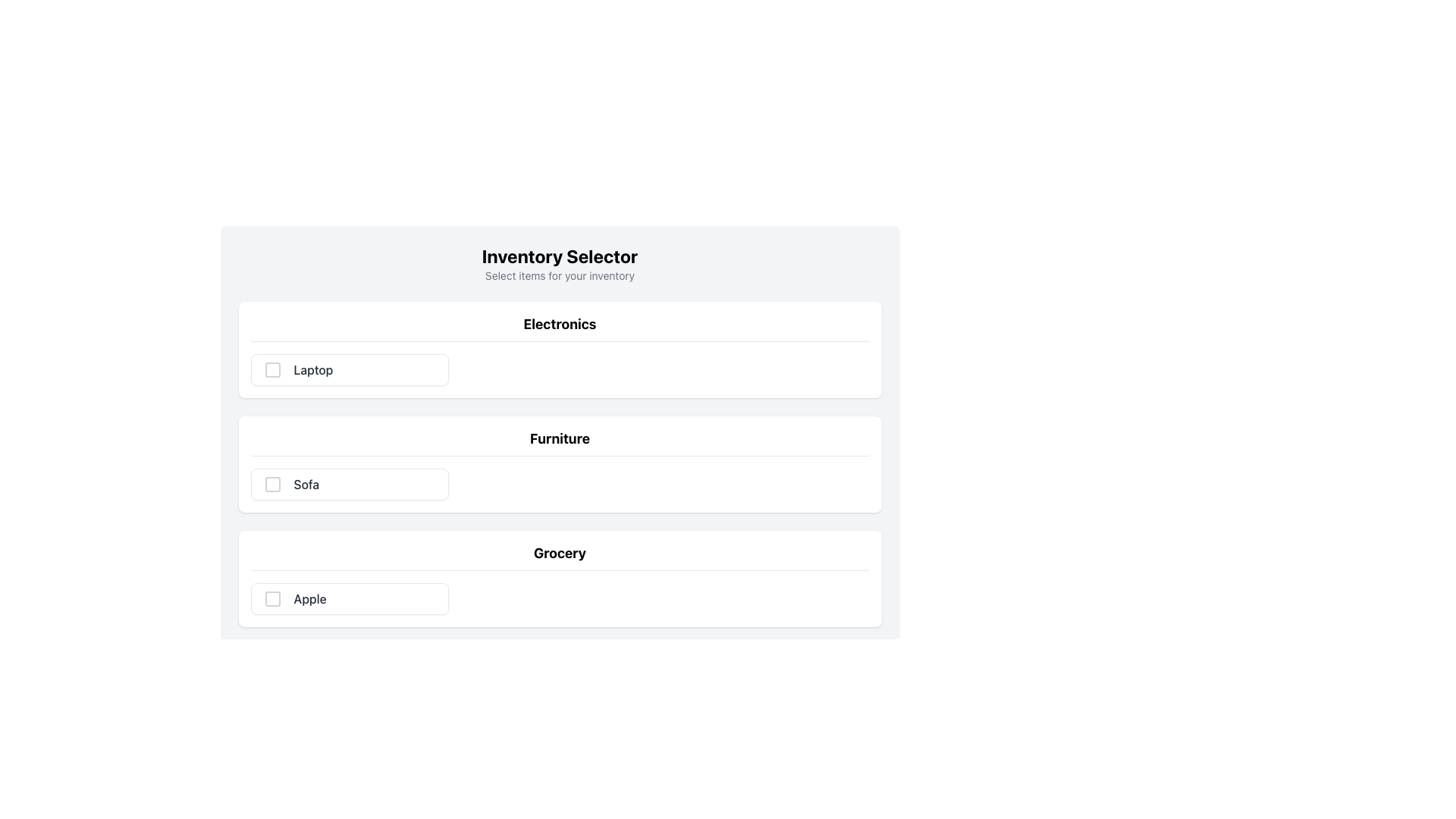 The width and height of the screenshot is (1456, 819). Describe the element at coordinates (559, 598) in the screenshot. I see `the checkbox of the 'Apple' selectable list item located in the 'Grocery' section` at that location.